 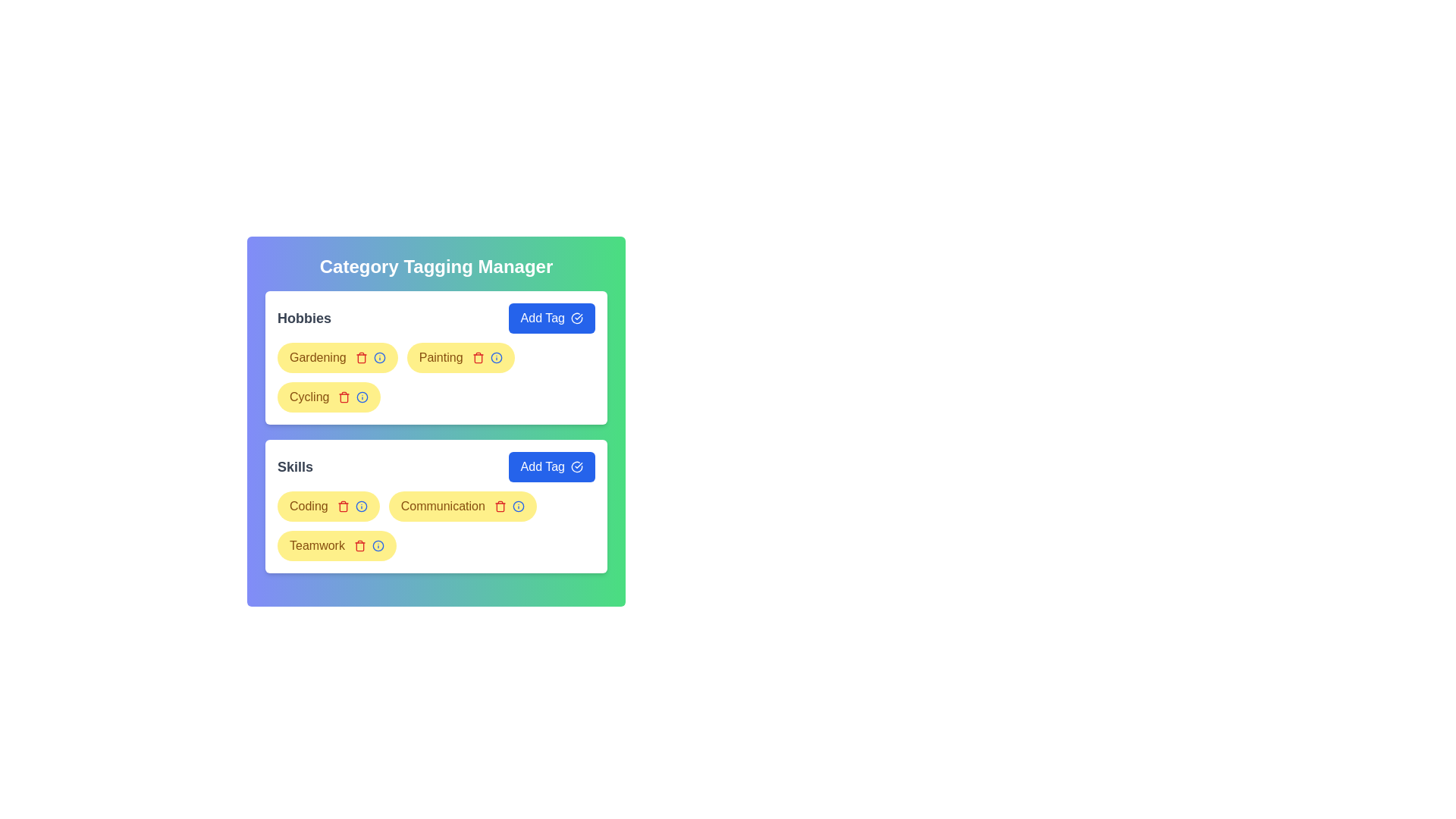 I want to click on the circular Information icon located to the right of the 'Cycling' text label in the 'Hobbies' category, so click(x=379, y=357).